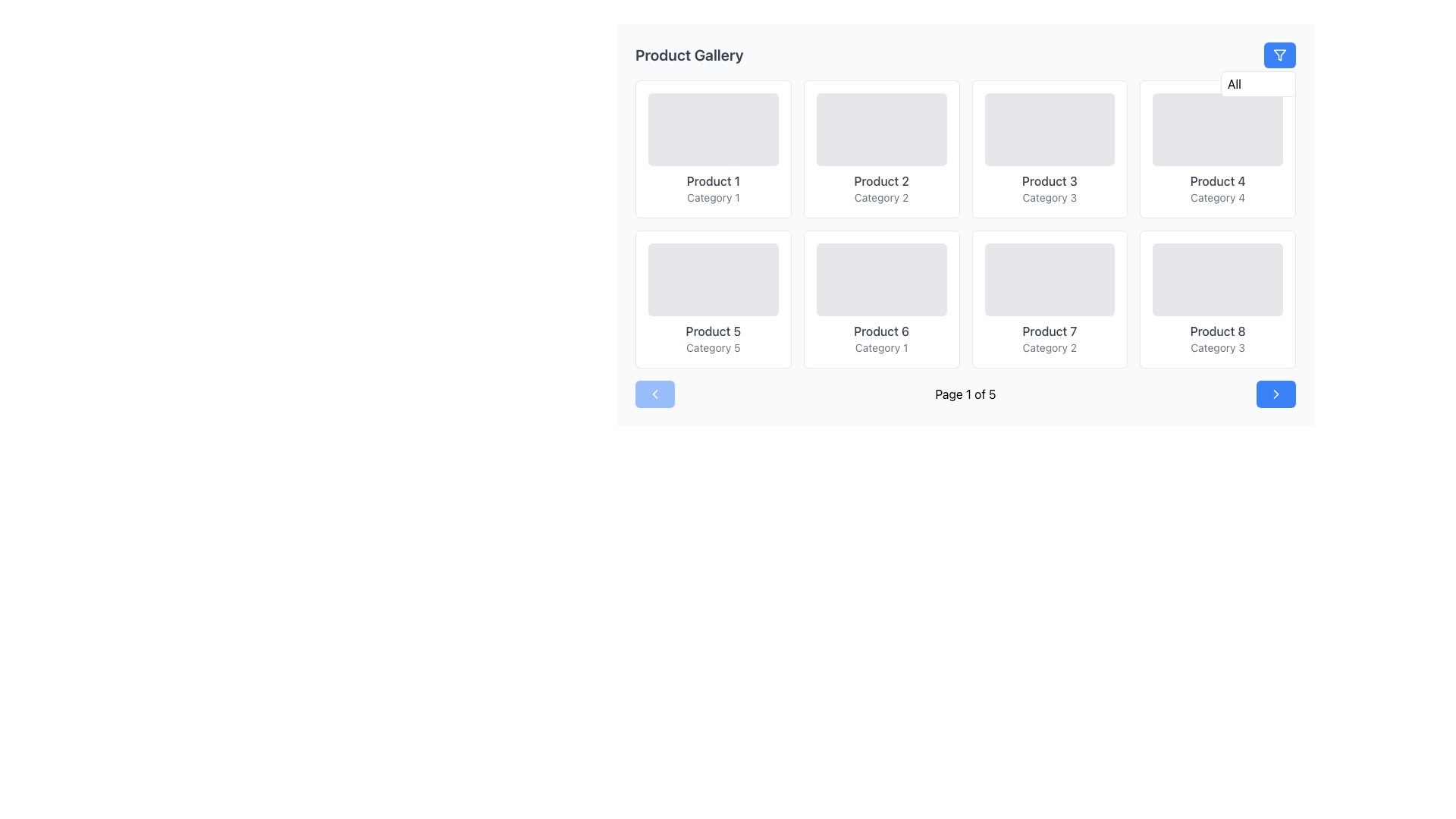 Image resolution: width=1456 pixels, height=819 pixels. I want to click on the second navigational button in the pagination controls, so click(1276, 394).